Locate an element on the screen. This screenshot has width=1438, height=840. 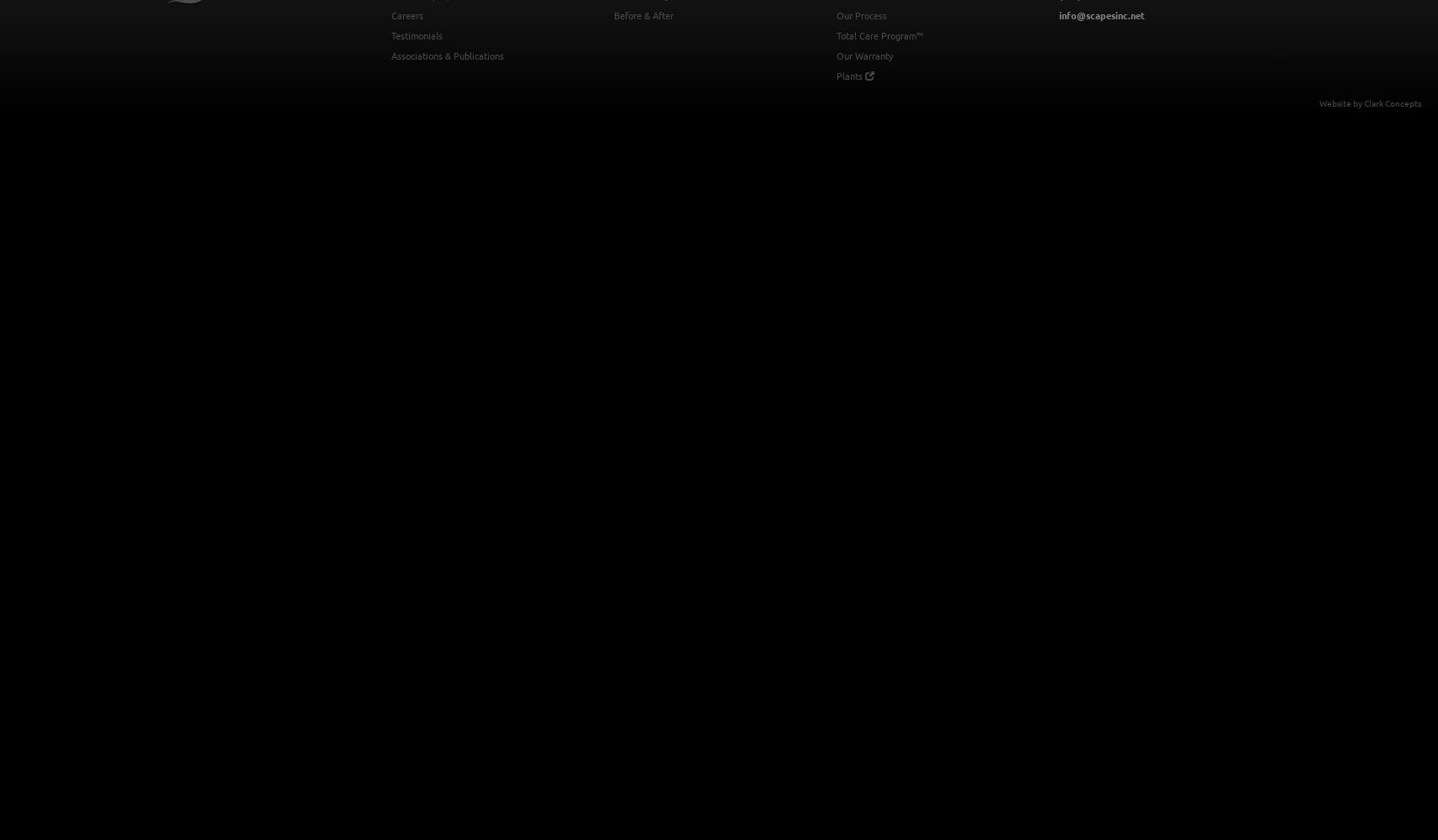
'Careers' is located at coordinates (407, 15).